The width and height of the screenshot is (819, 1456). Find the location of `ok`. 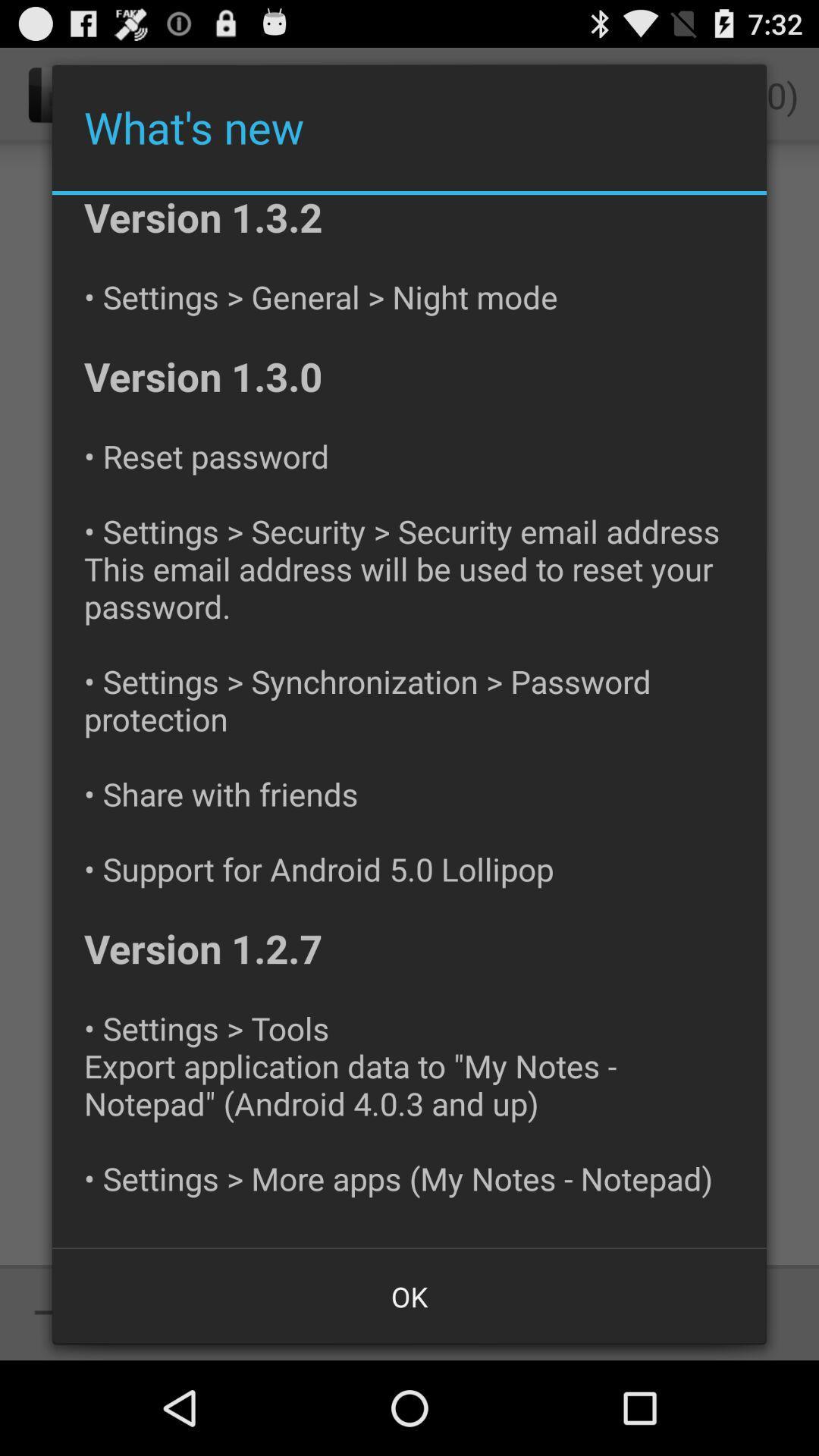

ok is located at coordinates (409, 1295).